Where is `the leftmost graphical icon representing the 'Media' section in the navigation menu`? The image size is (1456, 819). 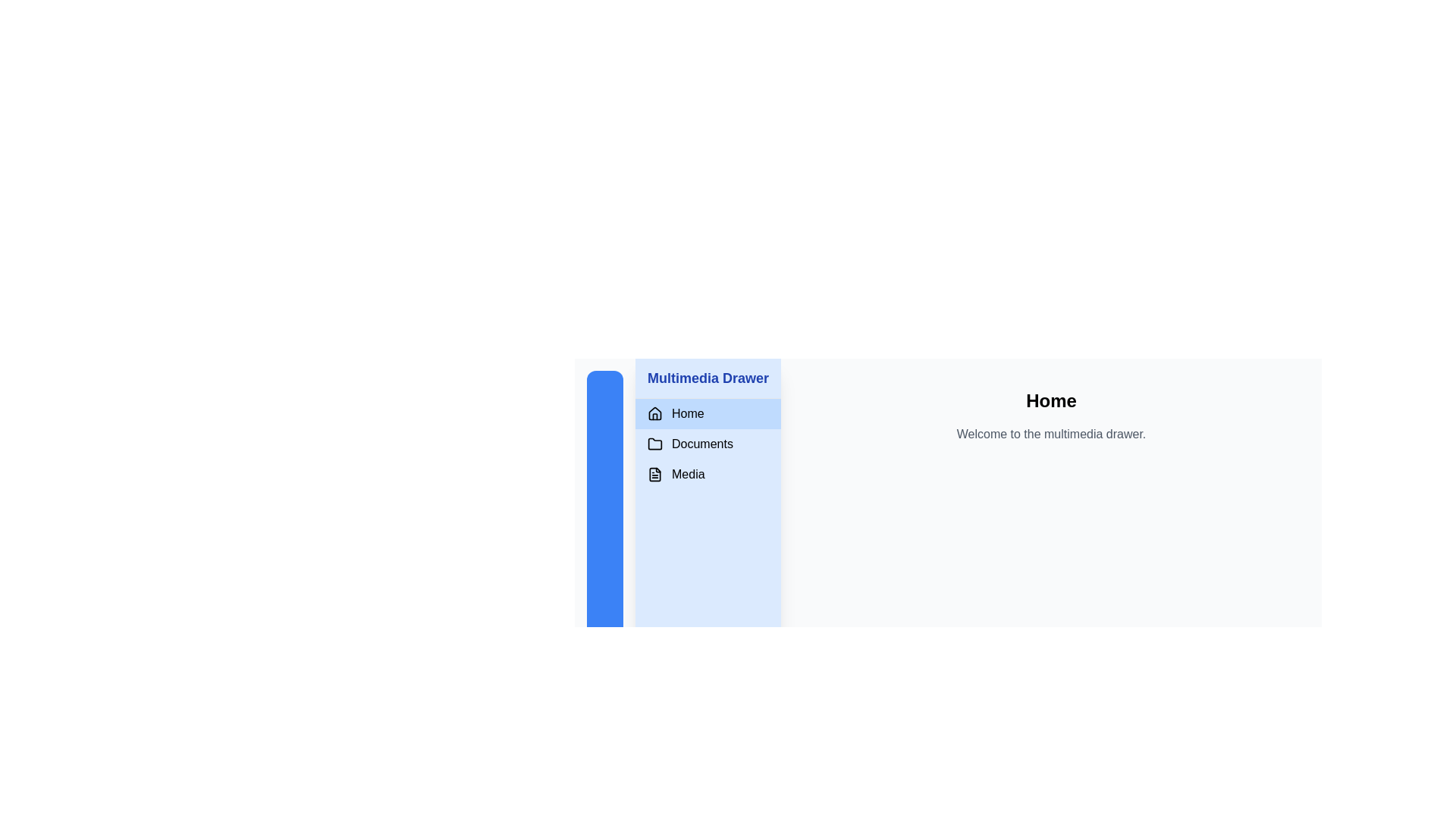
the leftmost graphical icon representing the 'Media' section in the navigation menu is located at coordinates (655, 473).